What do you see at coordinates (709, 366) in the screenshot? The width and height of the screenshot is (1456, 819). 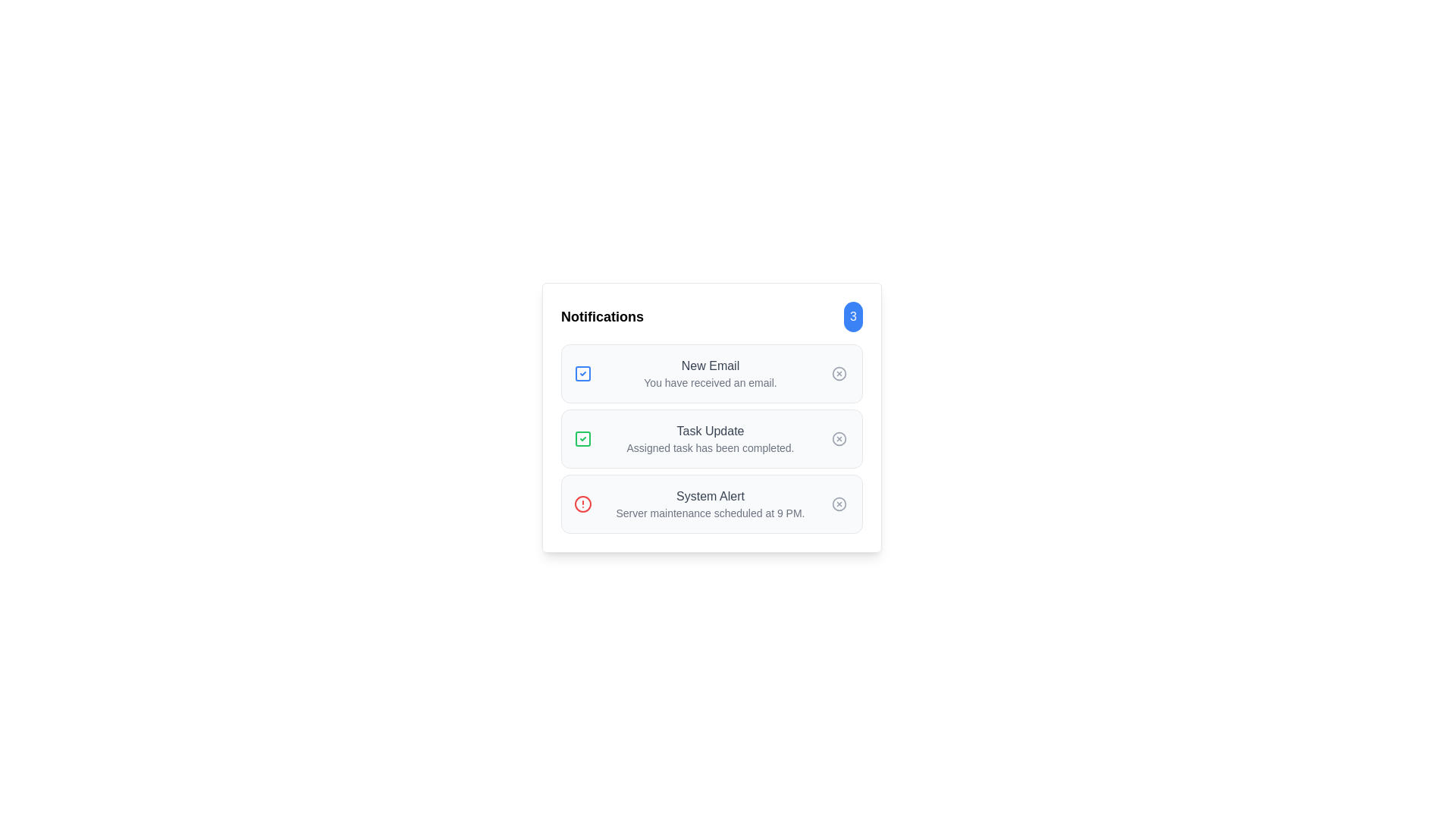 I see `text label that reads 'New Email' which is prominently displayed in the notification card located in the Notifications section` at bounding box center [709, 366].